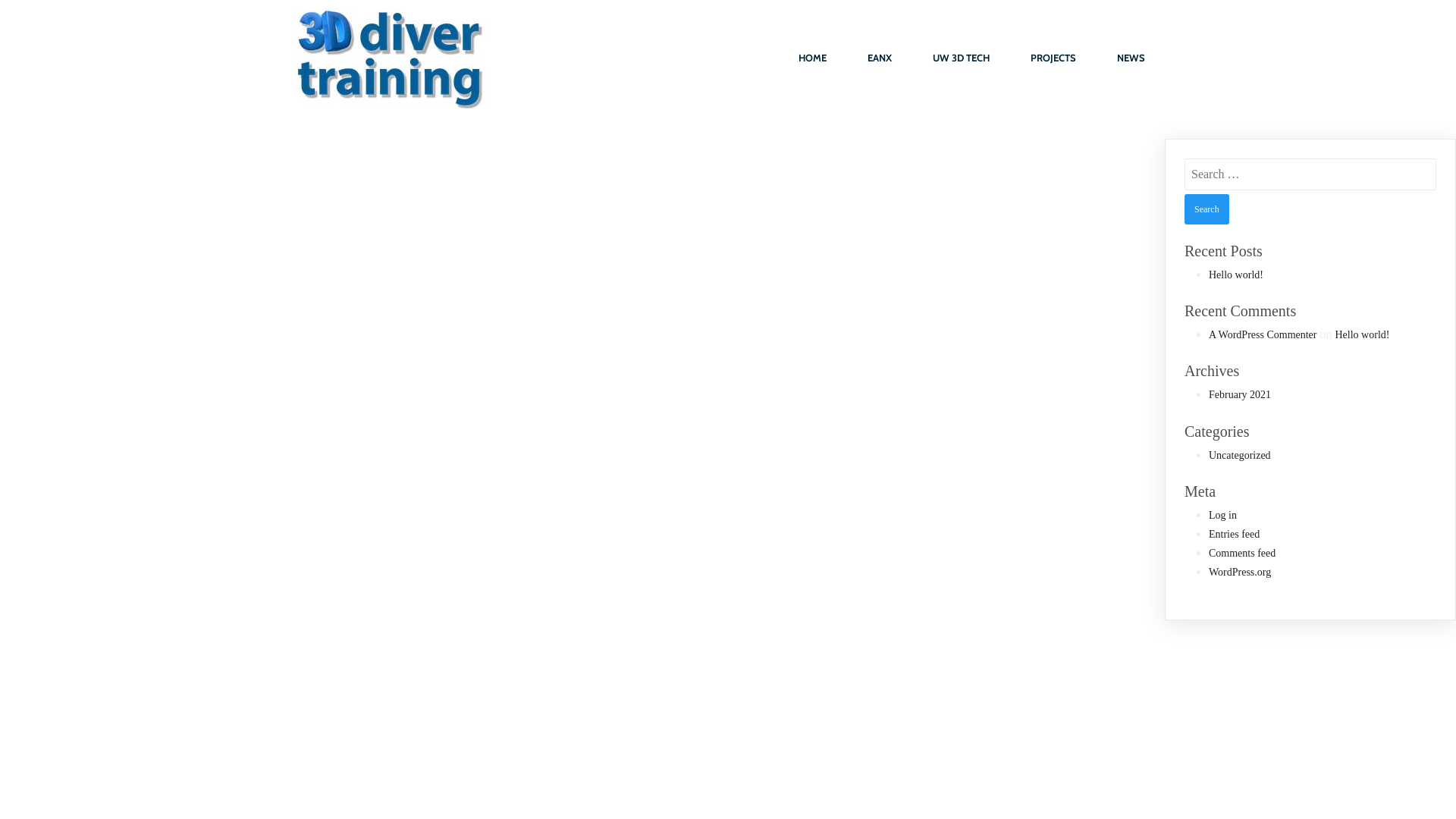  What do you see at coordinates (1361, 334) in the screenshot?
I see `'Hello world!'` at bounding box center [1361, 334].